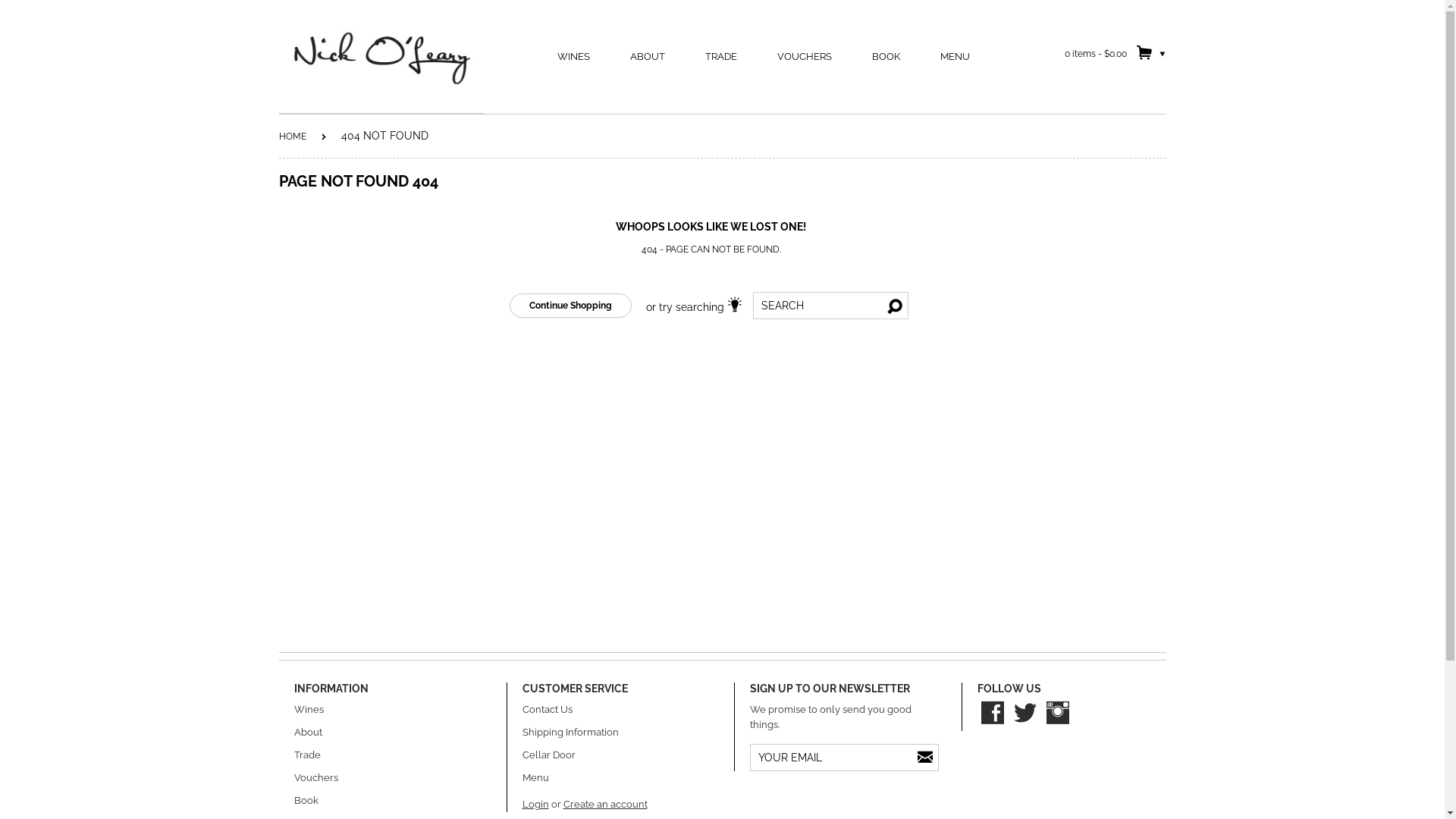 This screenshot has height=819, width=1456. Describe the element at coordinates (954, 55) in the screenshot. I see `'MENU'` at that location.